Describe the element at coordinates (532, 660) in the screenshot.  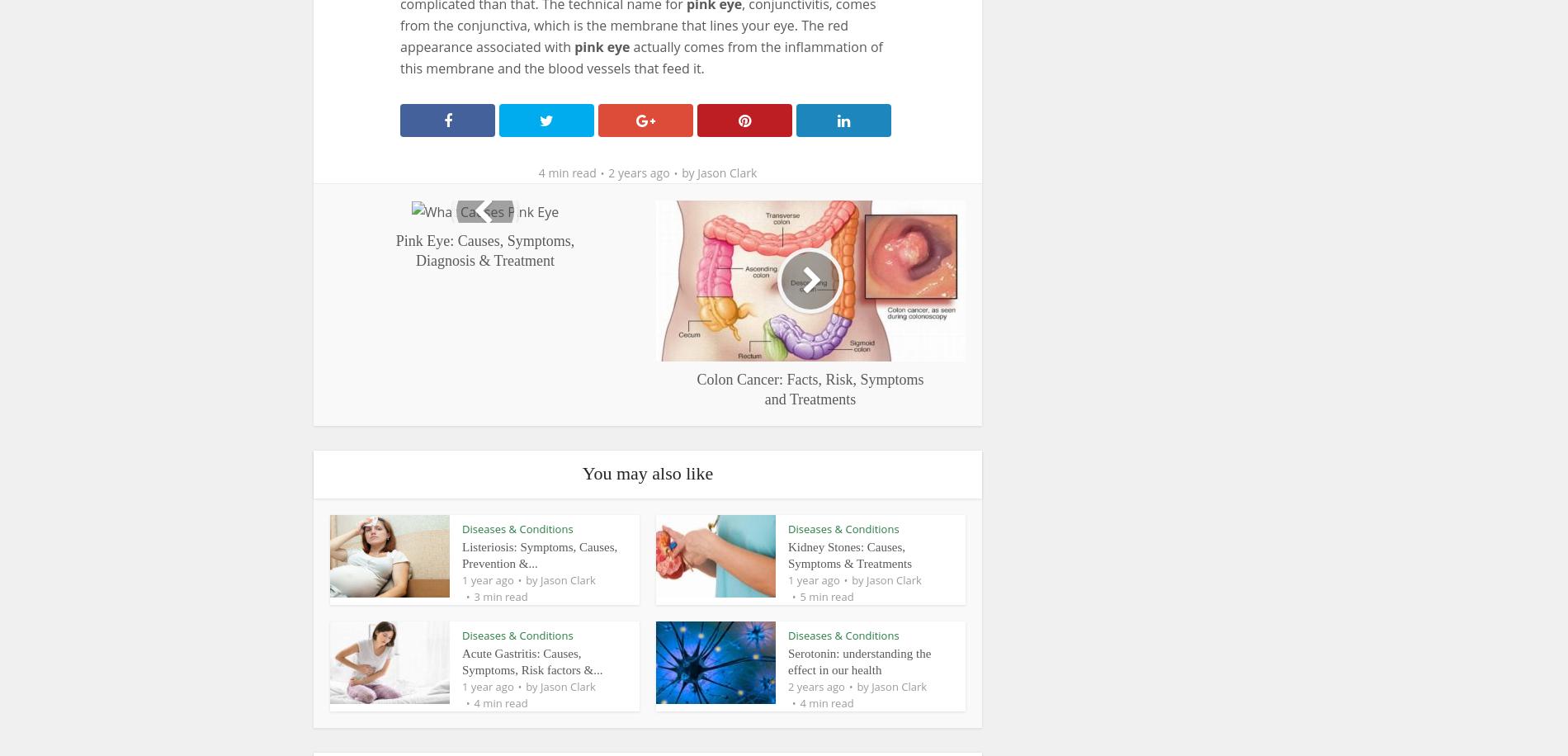
I see `'Acute Gastritis: Causes, Symptoms, Risk factors &...'` at that location.